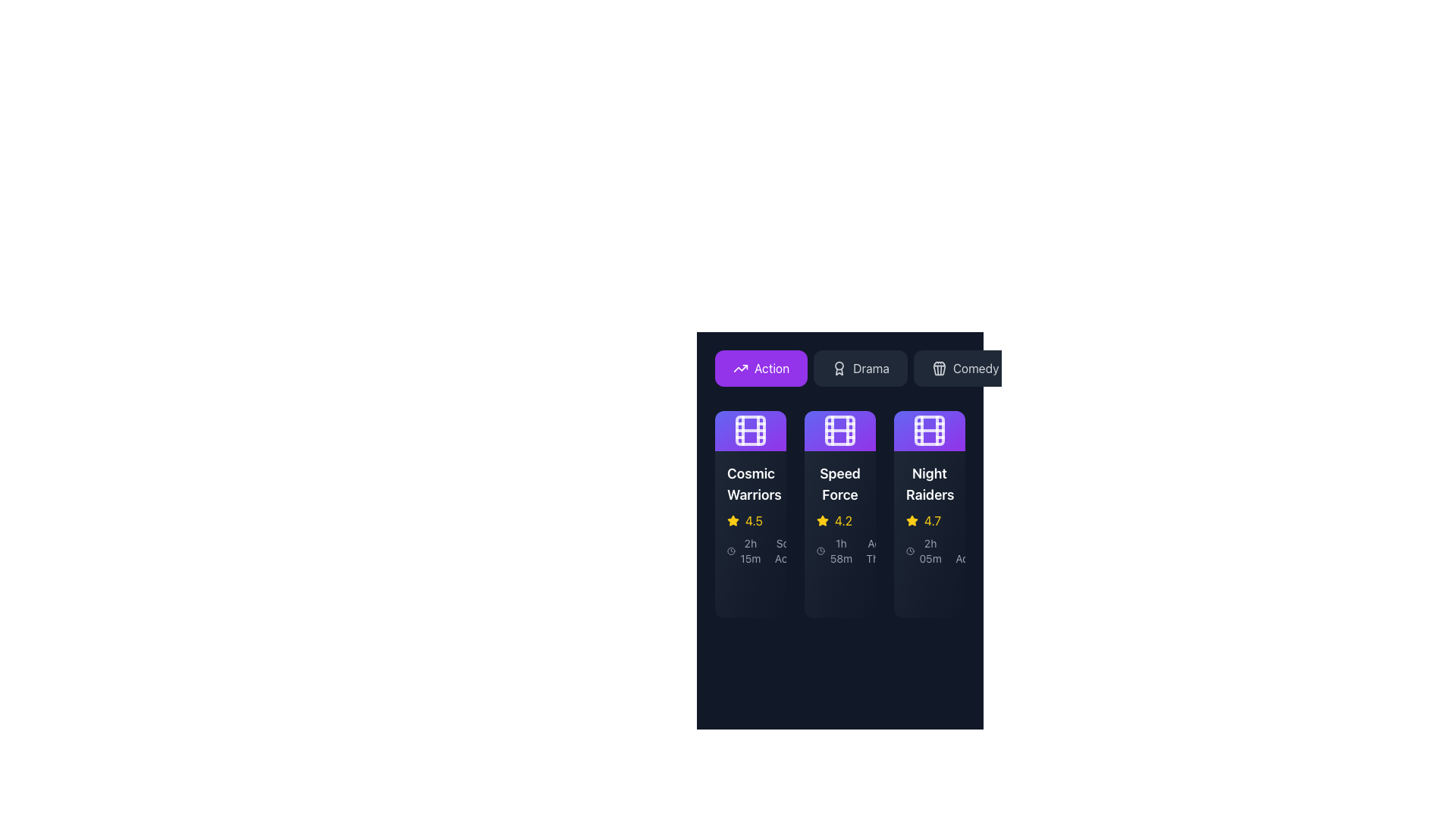 The width and height of the screenshot is (1456, 819). I want to click on the 'Play' button with a gradient background located at the bottom center of the 'Night Raiders' card, so click(928, 589).